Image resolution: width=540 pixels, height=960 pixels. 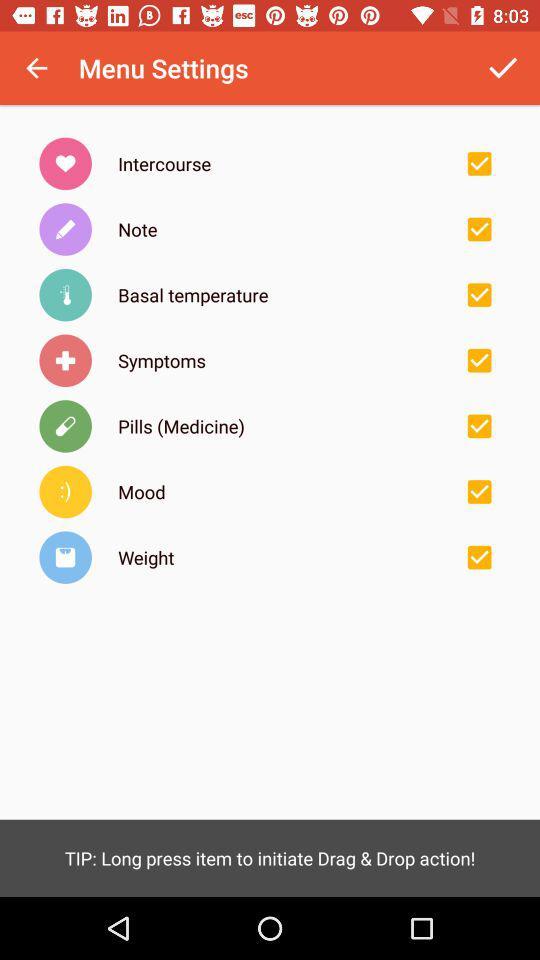 What do you see at coordinates (478, 426) in the screenshot?
I see `click pills` at bounding box center [478, 426].